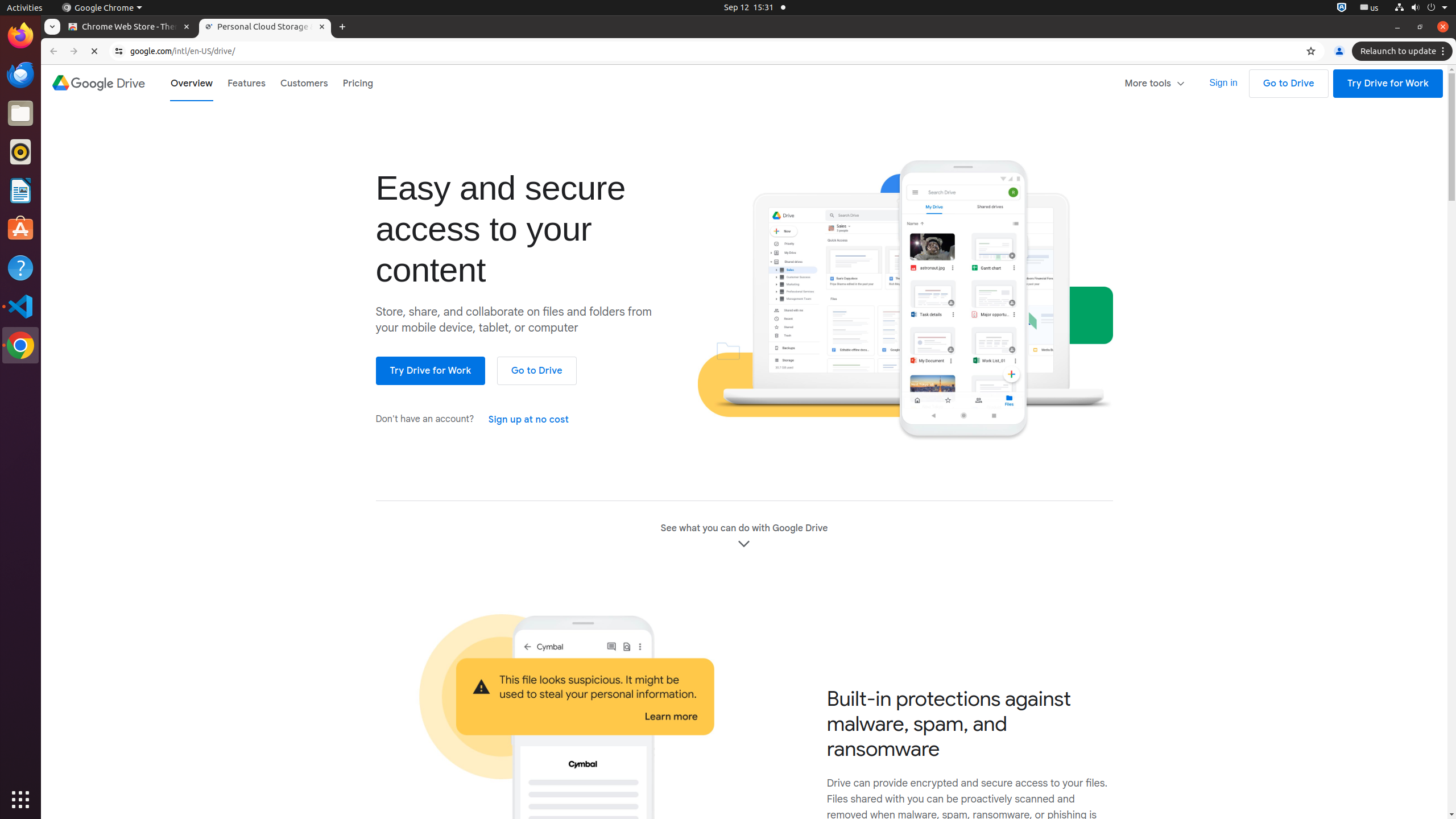 This screenshot has width=1456, height=819. Describe the element at coordinates (20, 151) in the screenshot. I see `'Rhythmbox'` at that location.